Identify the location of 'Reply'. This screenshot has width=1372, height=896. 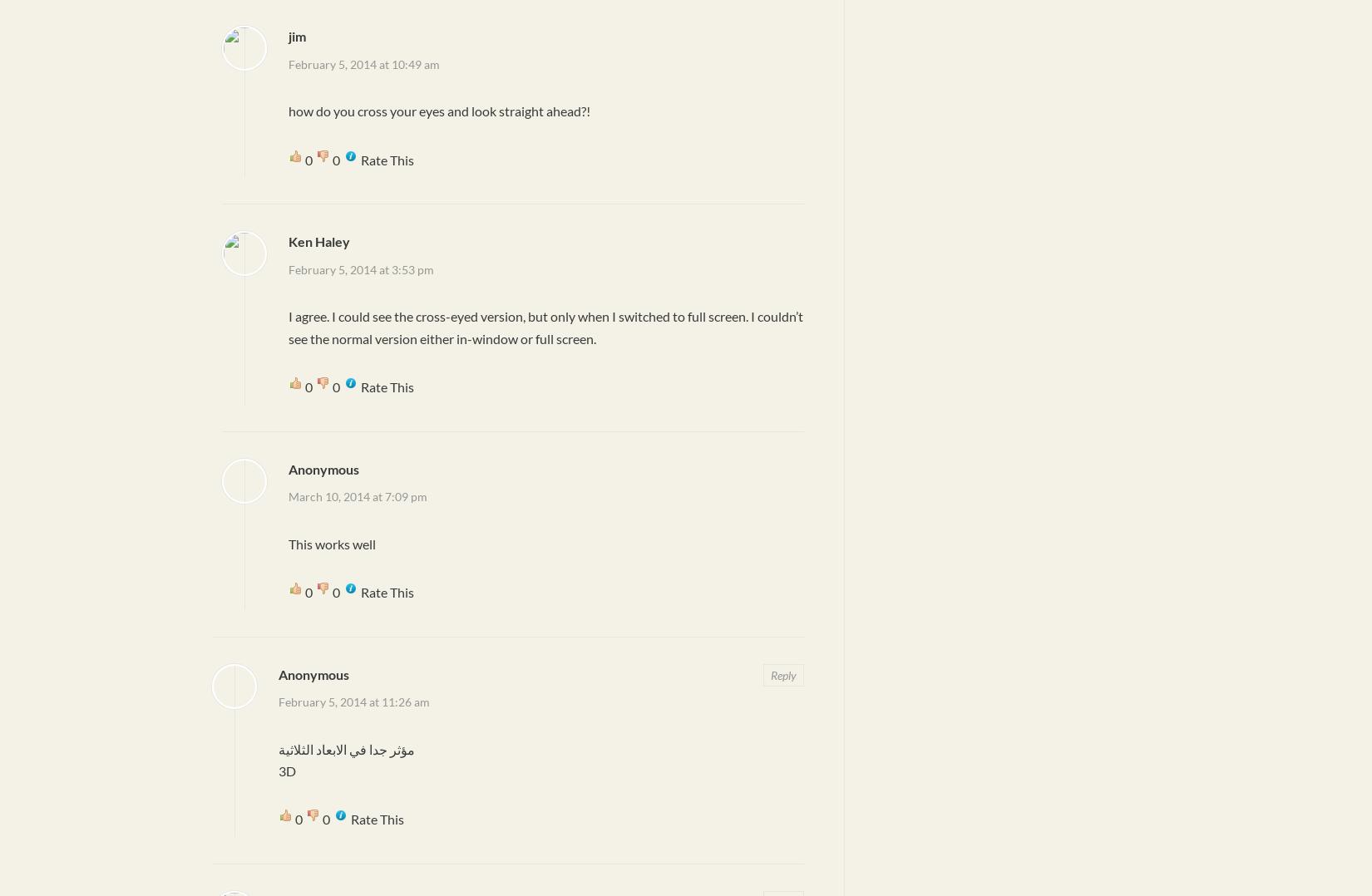
(783, 674).